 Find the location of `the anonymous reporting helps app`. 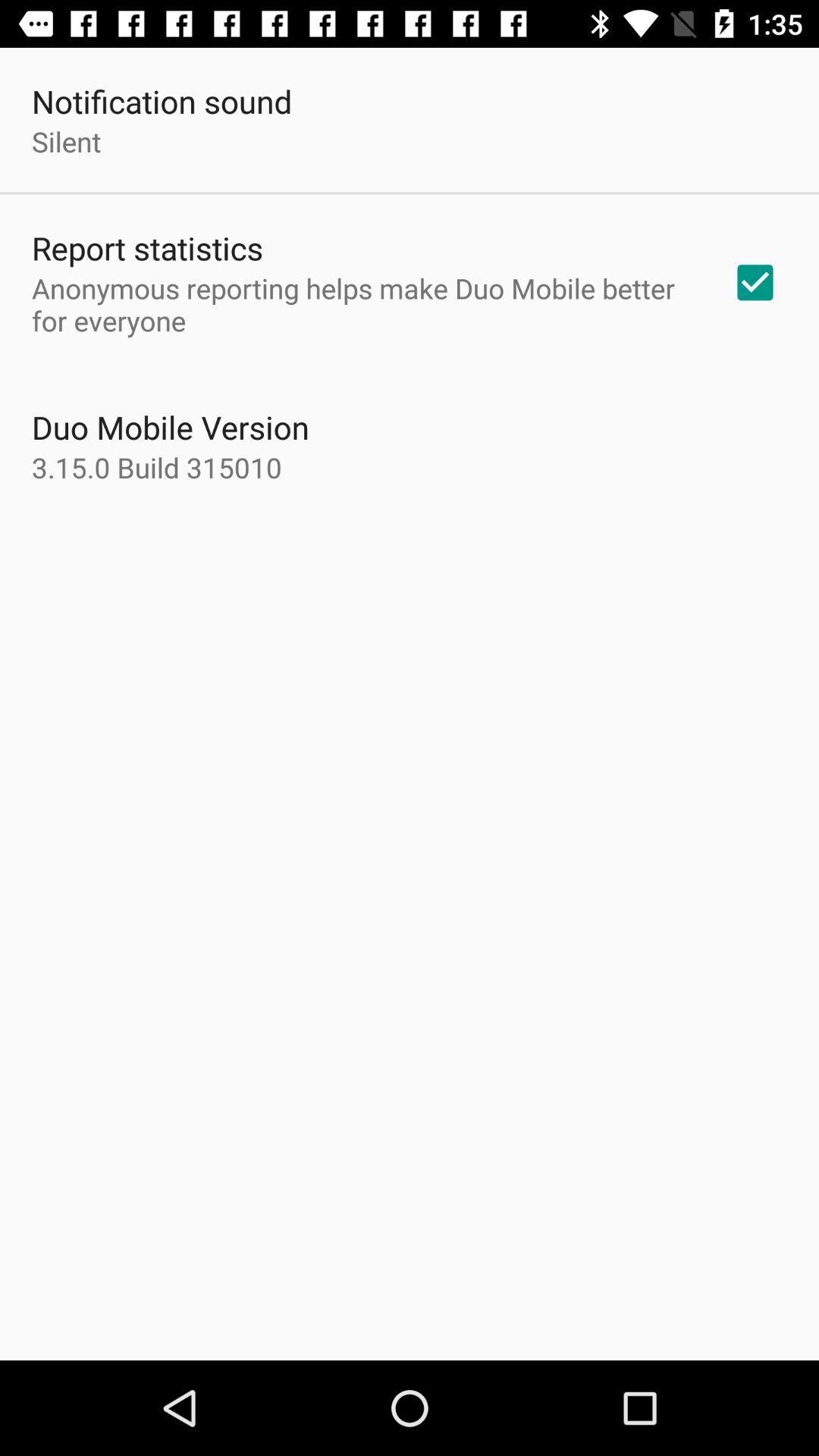

the anonymous reporting helps app is located at coordinates (362, 303).